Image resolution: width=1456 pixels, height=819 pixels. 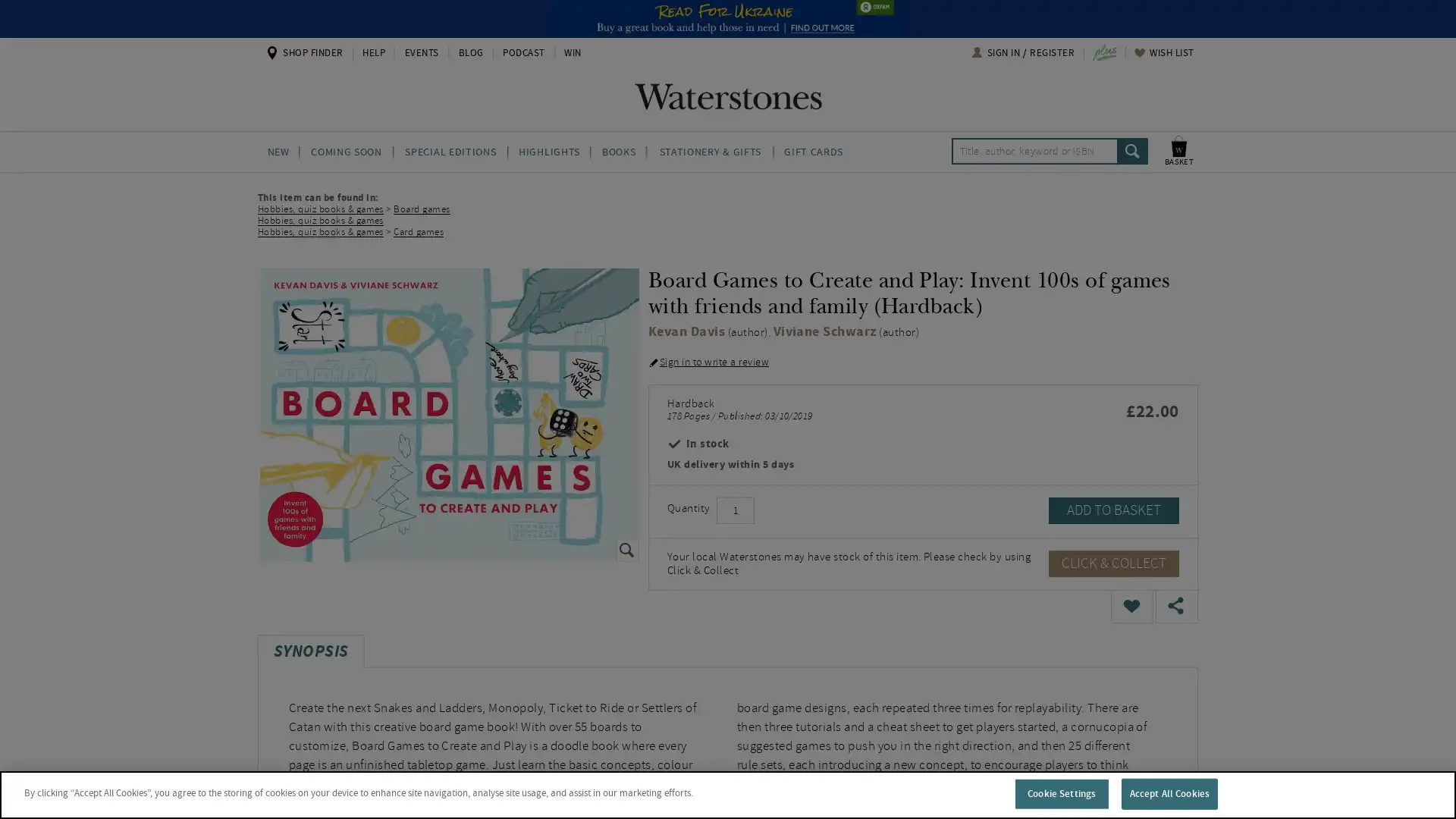 What do you see at coordinates (1113, 510) in the screenshot?
I see `ADD TO BASKET` at bounding box center [1113, 510].